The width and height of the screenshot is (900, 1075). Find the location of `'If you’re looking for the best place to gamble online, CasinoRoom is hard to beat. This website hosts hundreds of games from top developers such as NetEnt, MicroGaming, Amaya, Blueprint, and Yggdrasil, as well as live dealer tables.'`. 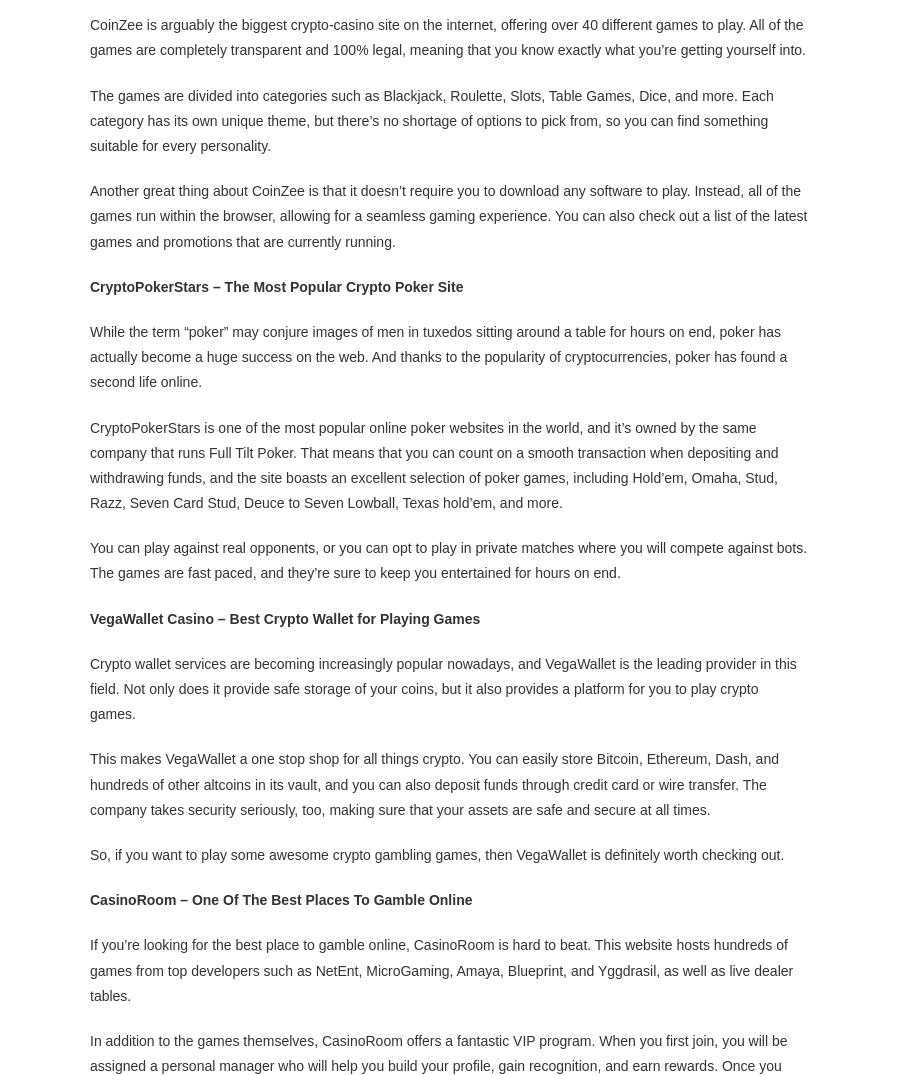

'If you’re looking for the best place to gamble online, CasinoRoom is hard to beat. This website hosts hundreds of games from top developers such as NetEnt, MicroGaming, Amaya, Blueprint, and Yggdrasil, as well as live dealer tables.' is located at coordinates (441, 969).